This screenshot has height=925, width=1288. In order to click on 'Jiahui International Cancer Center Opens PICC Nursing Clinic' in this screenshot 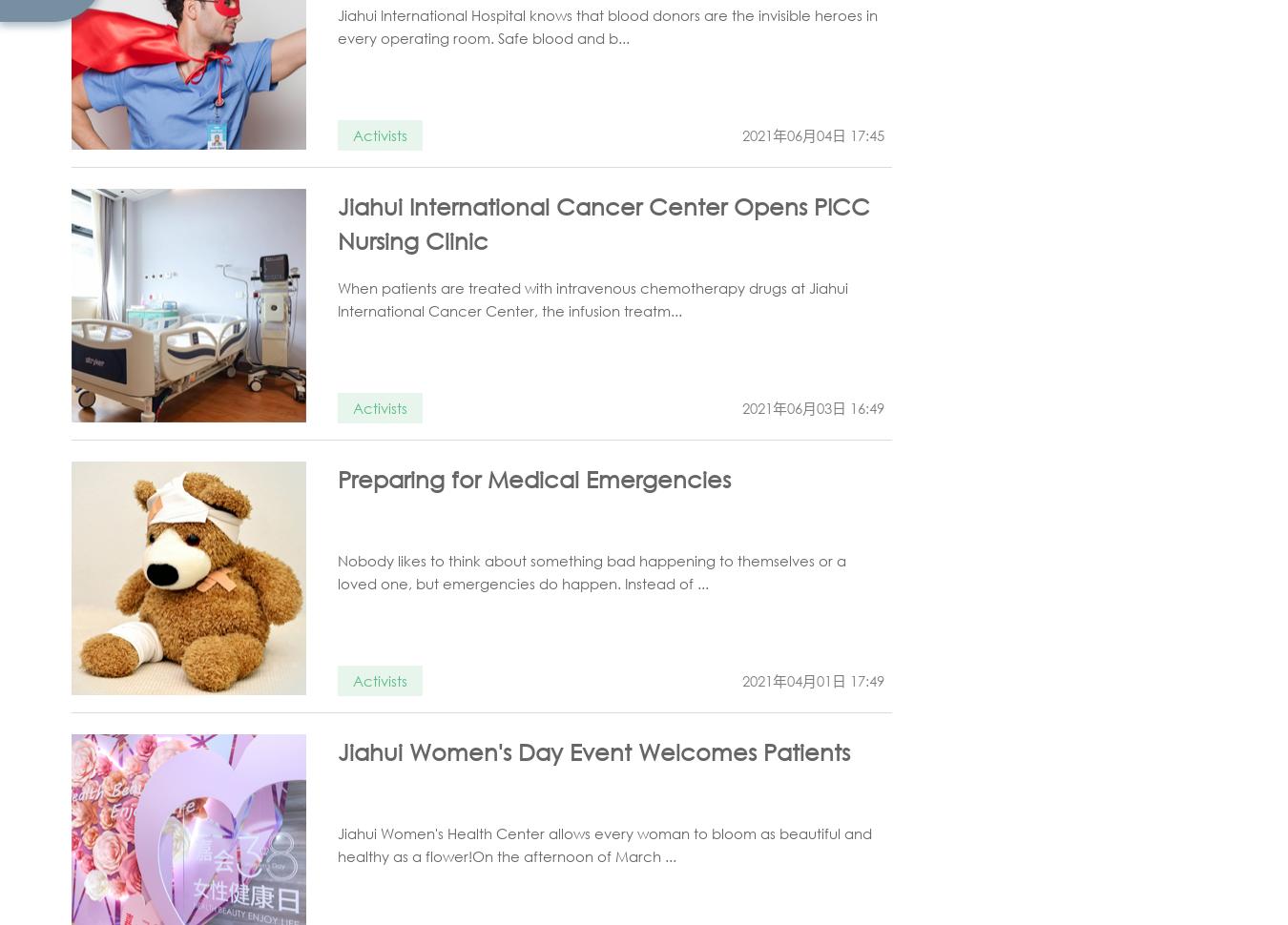, I will do `click(337, 222)`.